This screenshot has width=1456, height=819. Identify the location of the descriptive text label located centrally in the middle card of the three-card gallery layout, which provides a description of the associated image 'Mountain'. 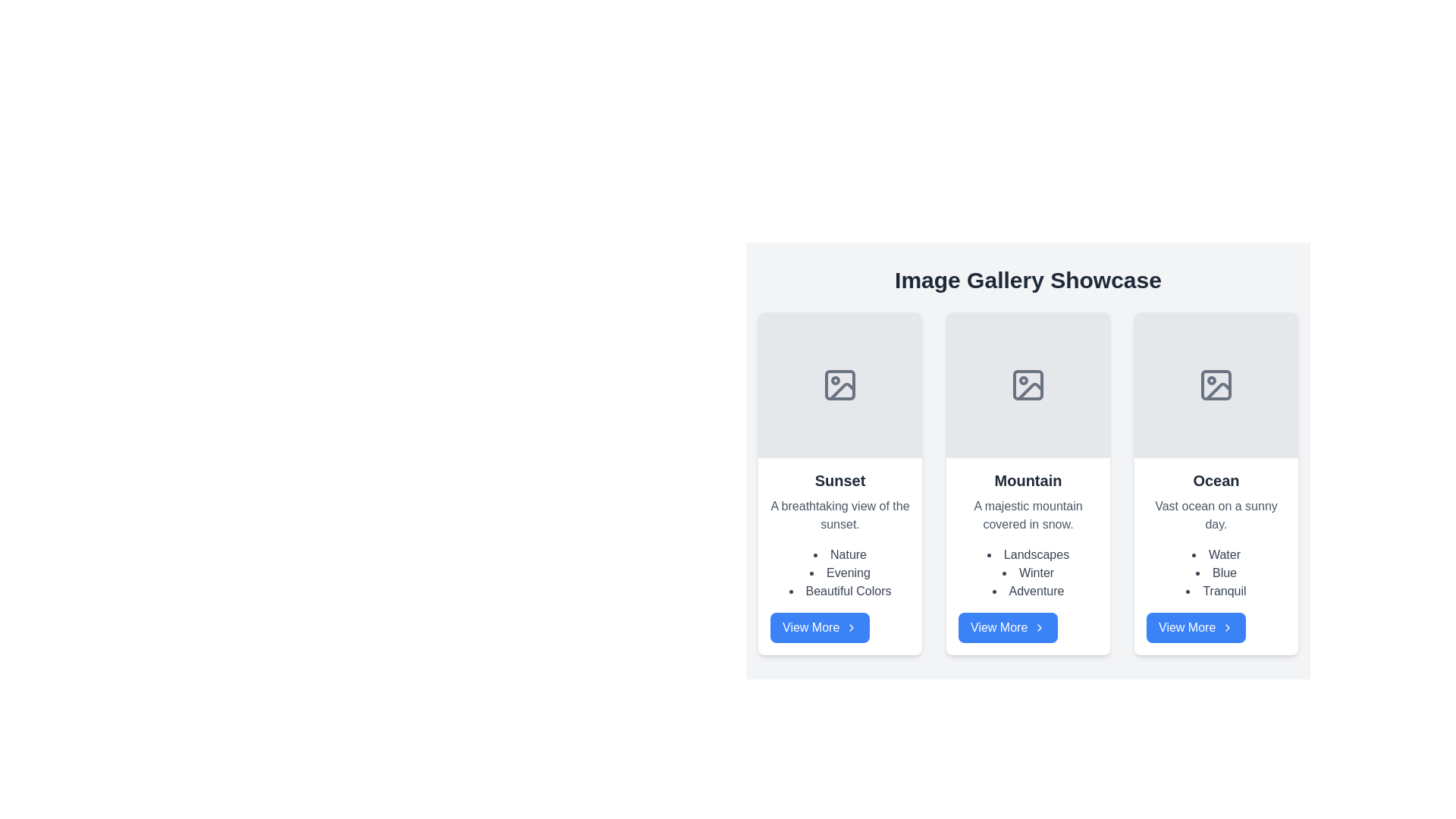
(1028, 514).